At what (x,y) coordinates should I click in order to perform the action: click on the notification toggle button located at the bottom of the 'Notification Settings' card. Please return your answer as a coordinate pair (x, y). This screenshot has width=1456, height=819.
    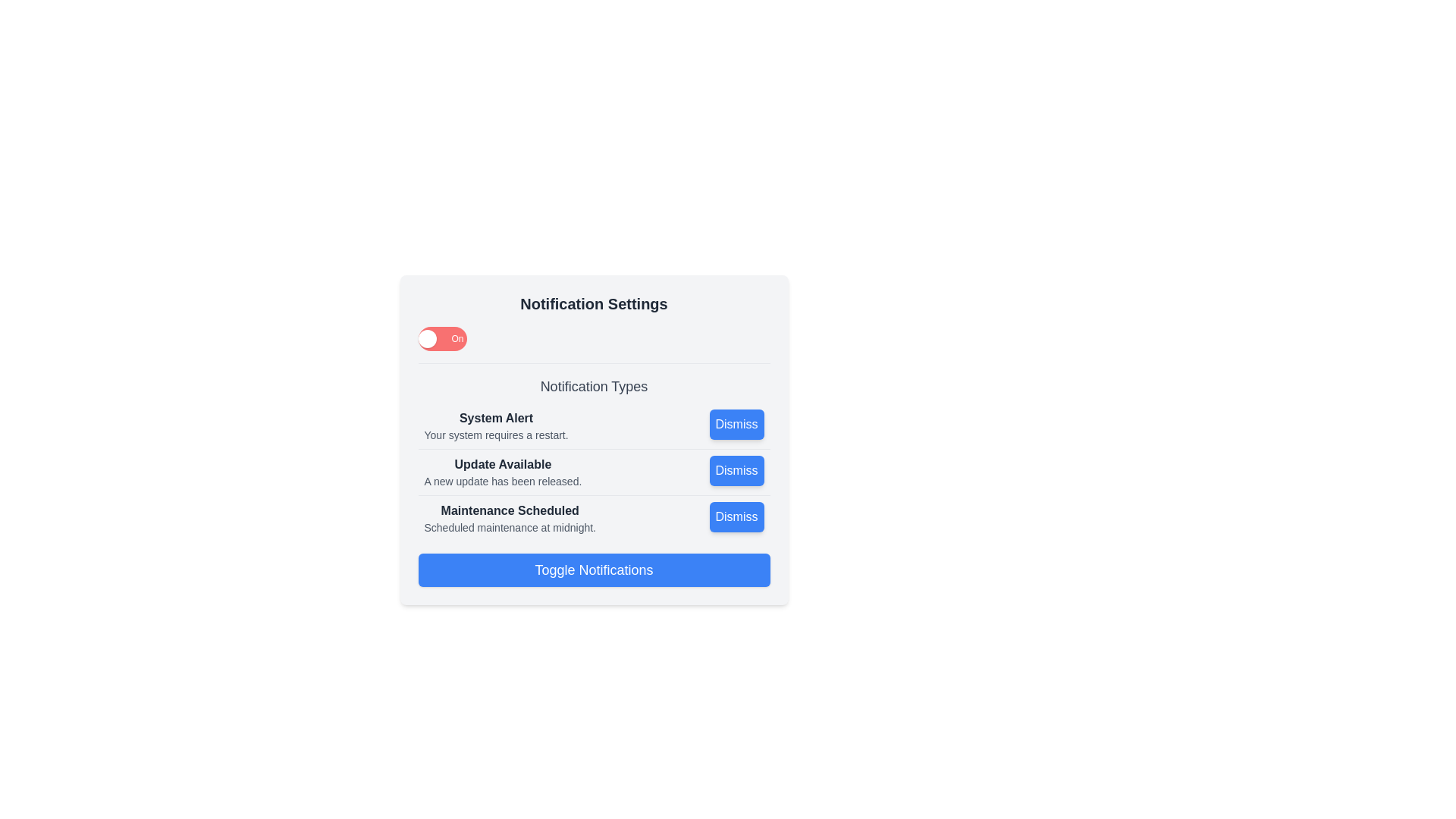
    Looking at the image, I should click on (593, 570).